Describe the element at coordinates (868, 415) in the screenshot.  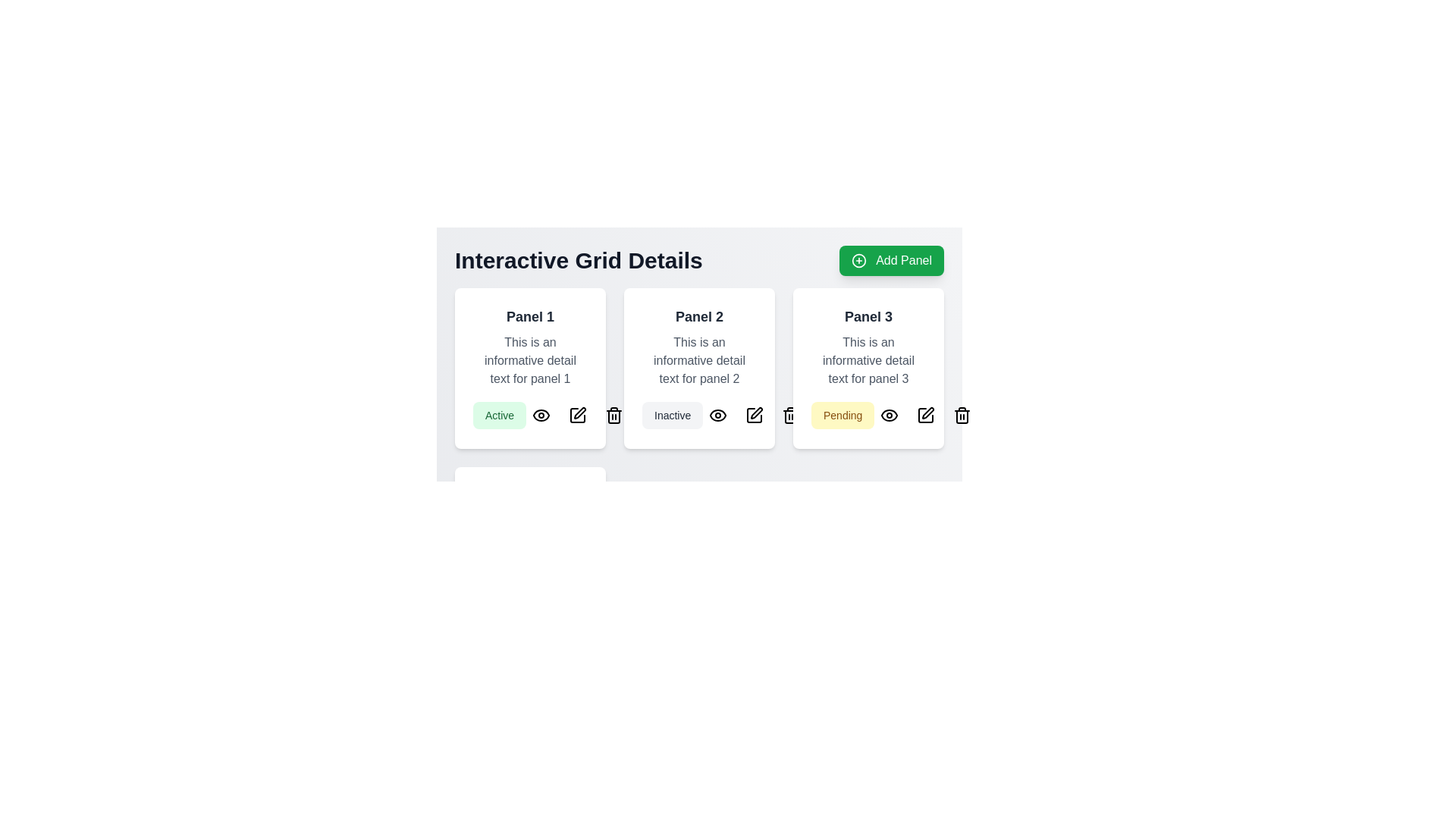
I see `the rectangular button with rounded corners, yellow background, and the label 'Pending' in bold brown text located in Panel 3 at the bottom section before the row of icons` at that location.